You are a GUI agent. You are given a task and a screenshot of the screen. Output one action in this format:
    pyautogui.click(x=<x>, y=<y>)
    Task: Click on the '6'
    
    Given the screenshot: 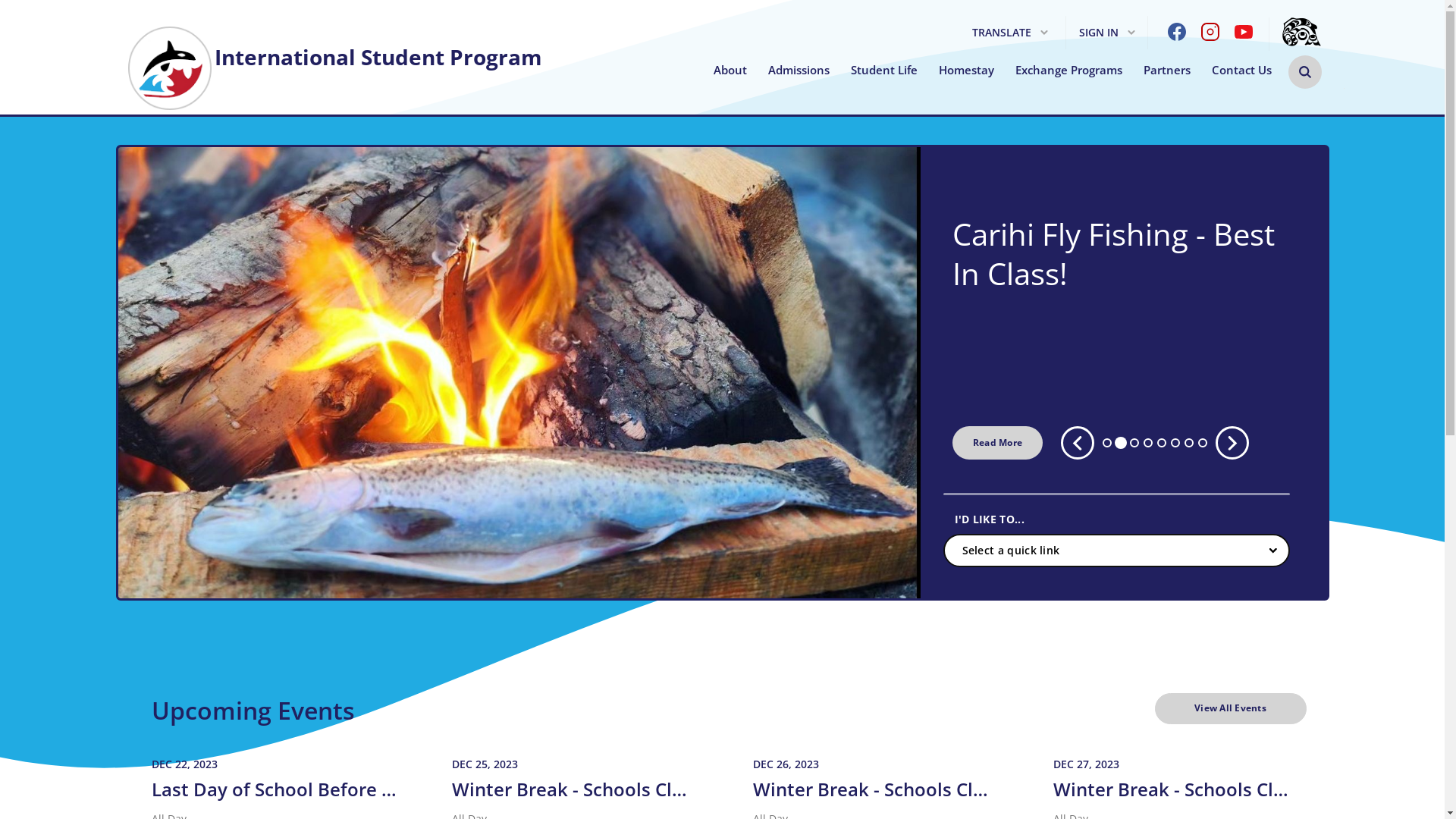 What is the action you would take?
    pyautogui.click(x=1170, y=442)
    